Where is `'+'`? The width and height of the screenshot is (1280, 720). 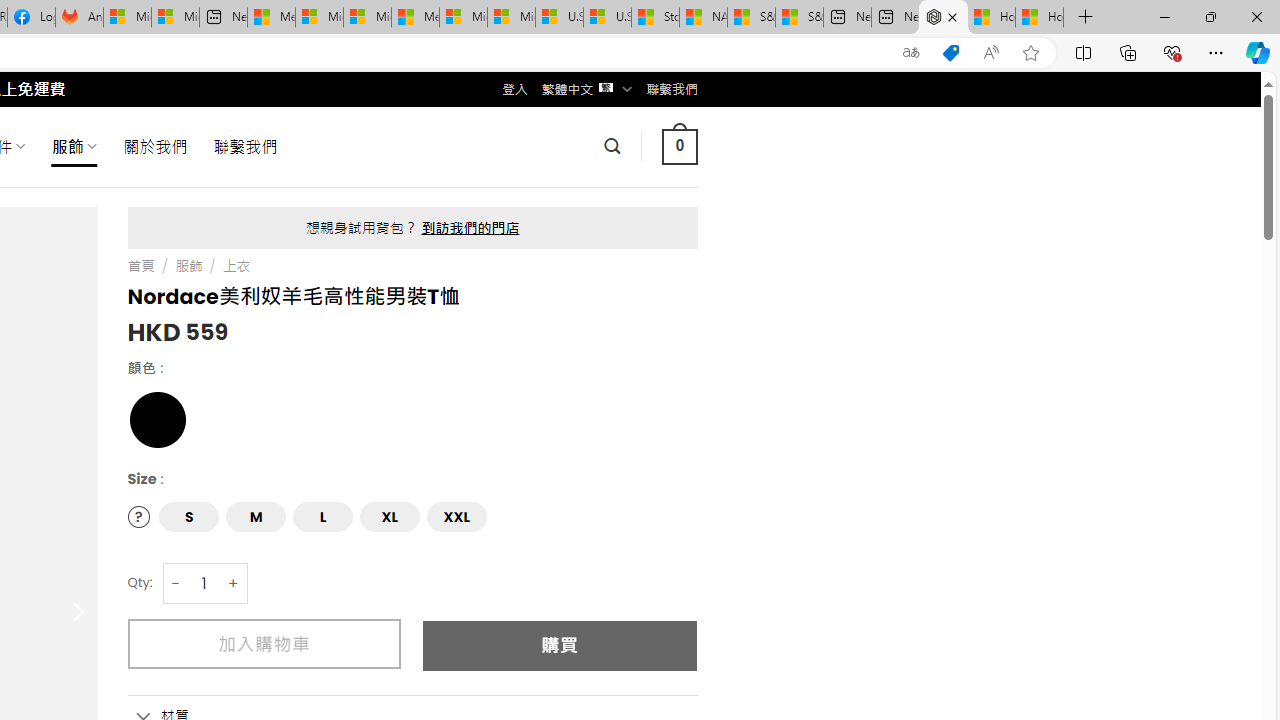 '+' is located at coordinates (234, 583).